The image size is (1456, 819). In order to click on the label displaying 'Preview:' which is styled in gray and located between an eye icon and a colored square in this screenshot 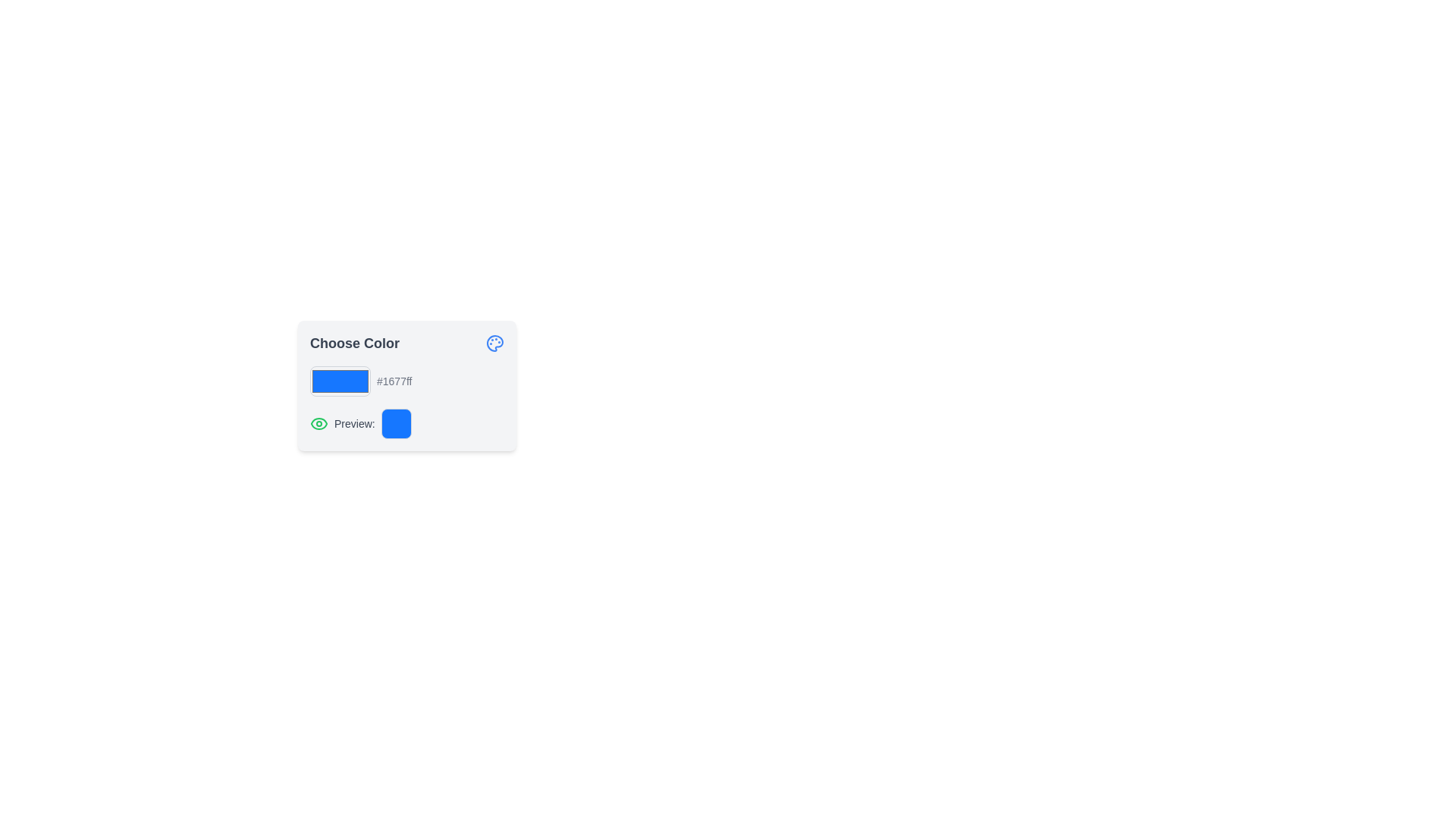, I will do `click(353, 424)`.